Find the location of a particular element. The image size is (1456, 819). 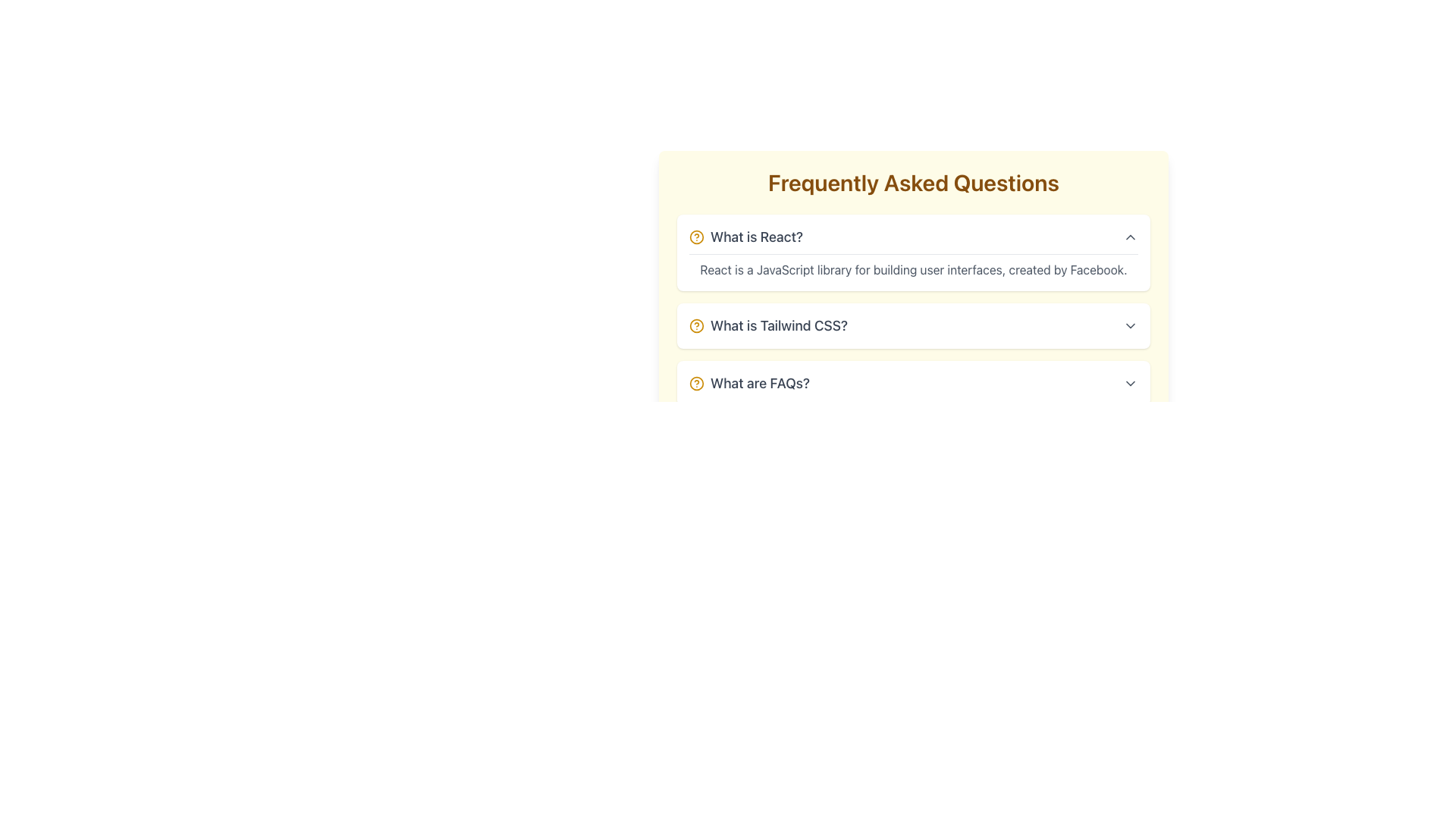

the Interactive FAQ item bar labeled 'What are FAQs?' is located at coordinates (912, 382).